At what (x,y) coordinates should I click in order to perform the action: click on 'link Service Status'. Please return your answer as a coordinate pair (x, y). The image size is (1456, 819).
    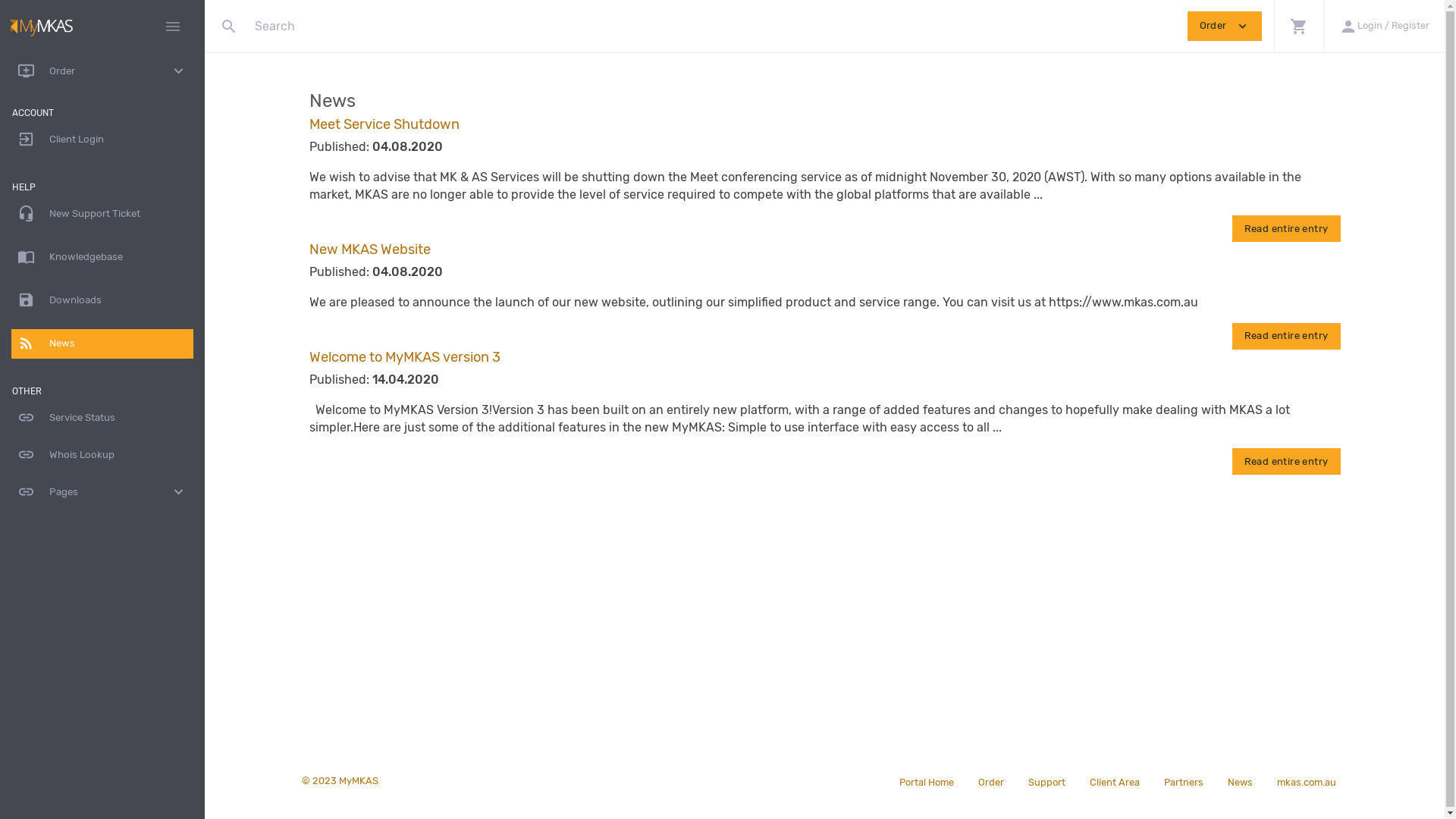
    Looking at the image, I should click on (101, 418).